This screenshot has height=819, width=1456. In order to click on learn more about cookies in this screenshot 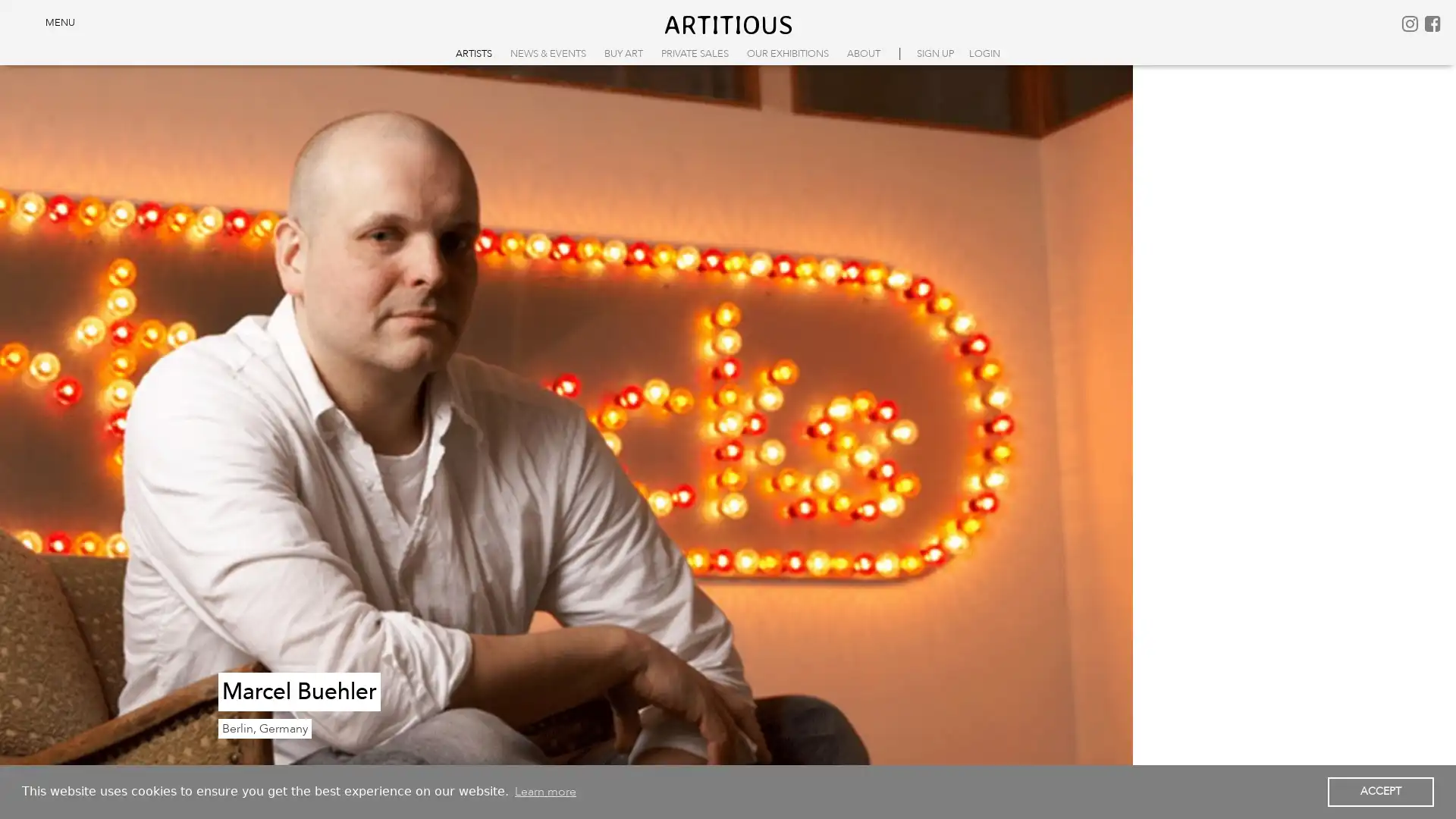, I will do `click(545, 791)`.